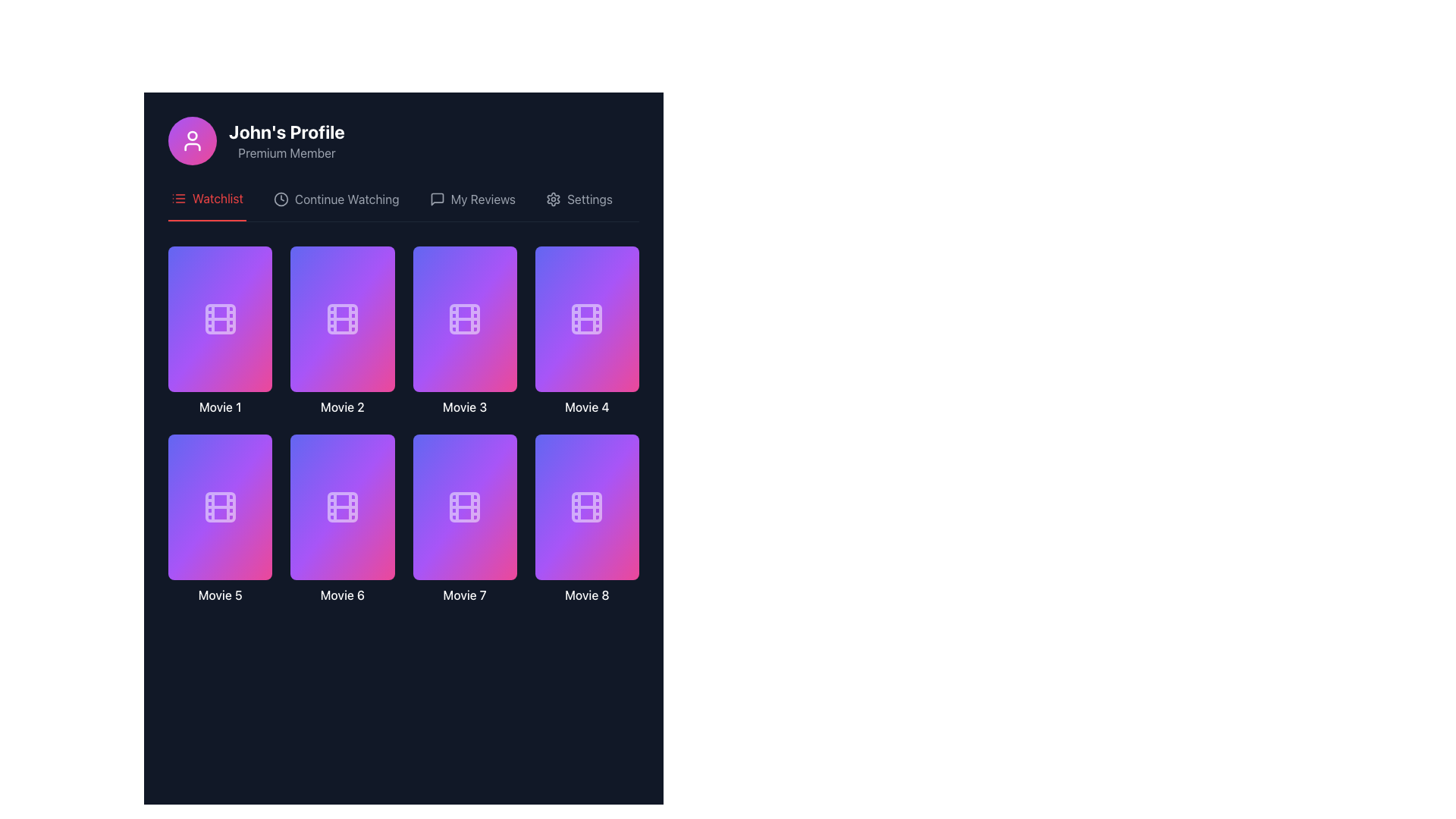 This screenshot has height=819, width=1456. What do you see at coordinates (219, 330) in the screenshot?
I see `the first clickable movie card located at the top-left corner of the grid` at bounding box center [219, 330].